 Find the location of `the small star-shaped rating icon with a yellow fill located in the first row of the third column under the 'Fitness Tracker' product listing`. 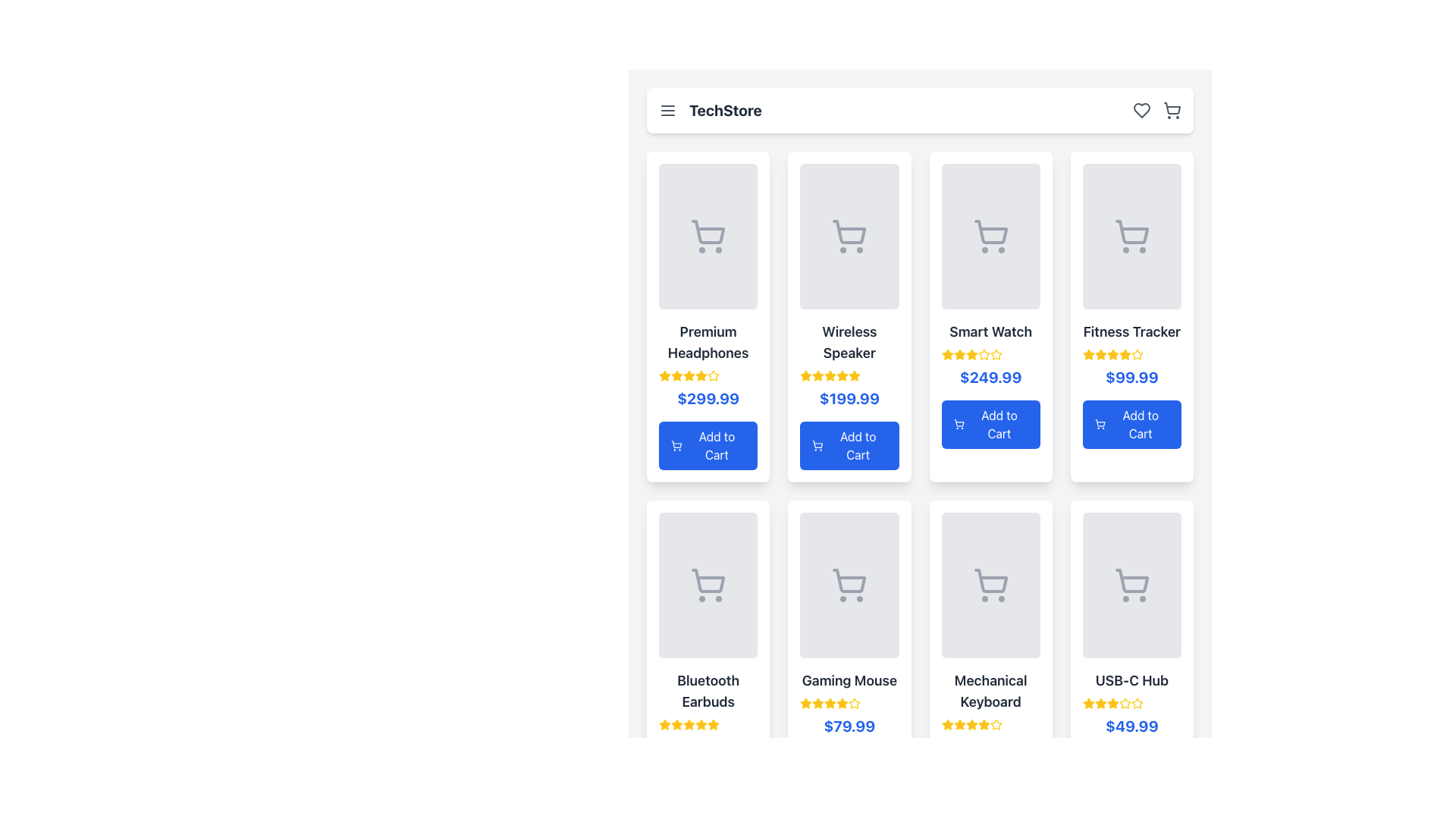

the small star-shaped rating icon with a yellow fill located in the first row of the third column under the 'Fitness Tracker' product listing is located at coordinates (1112, 354).